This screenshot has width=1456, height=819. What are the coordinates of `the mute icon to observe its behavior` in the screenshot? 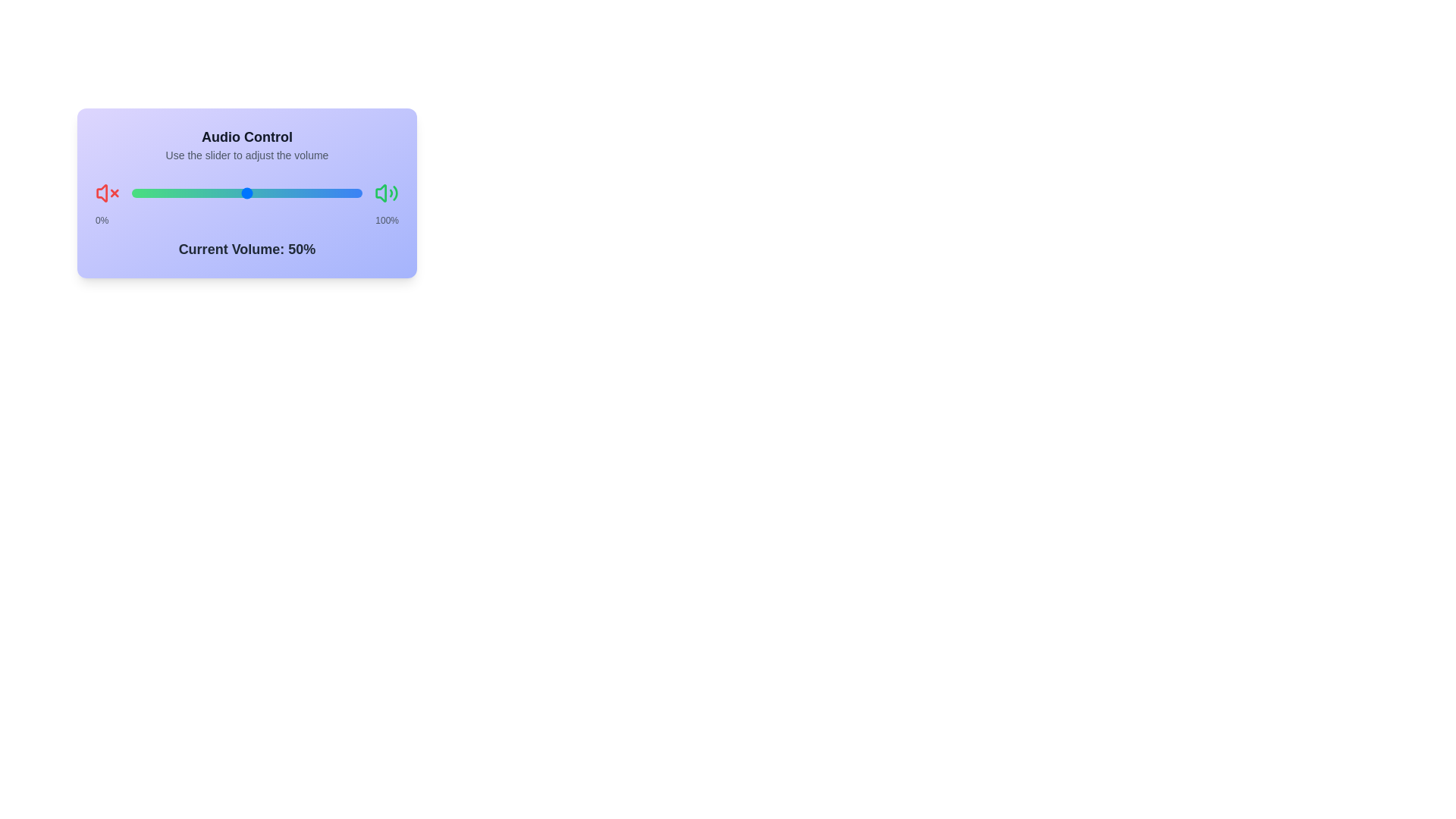 It's located at (107, 192).